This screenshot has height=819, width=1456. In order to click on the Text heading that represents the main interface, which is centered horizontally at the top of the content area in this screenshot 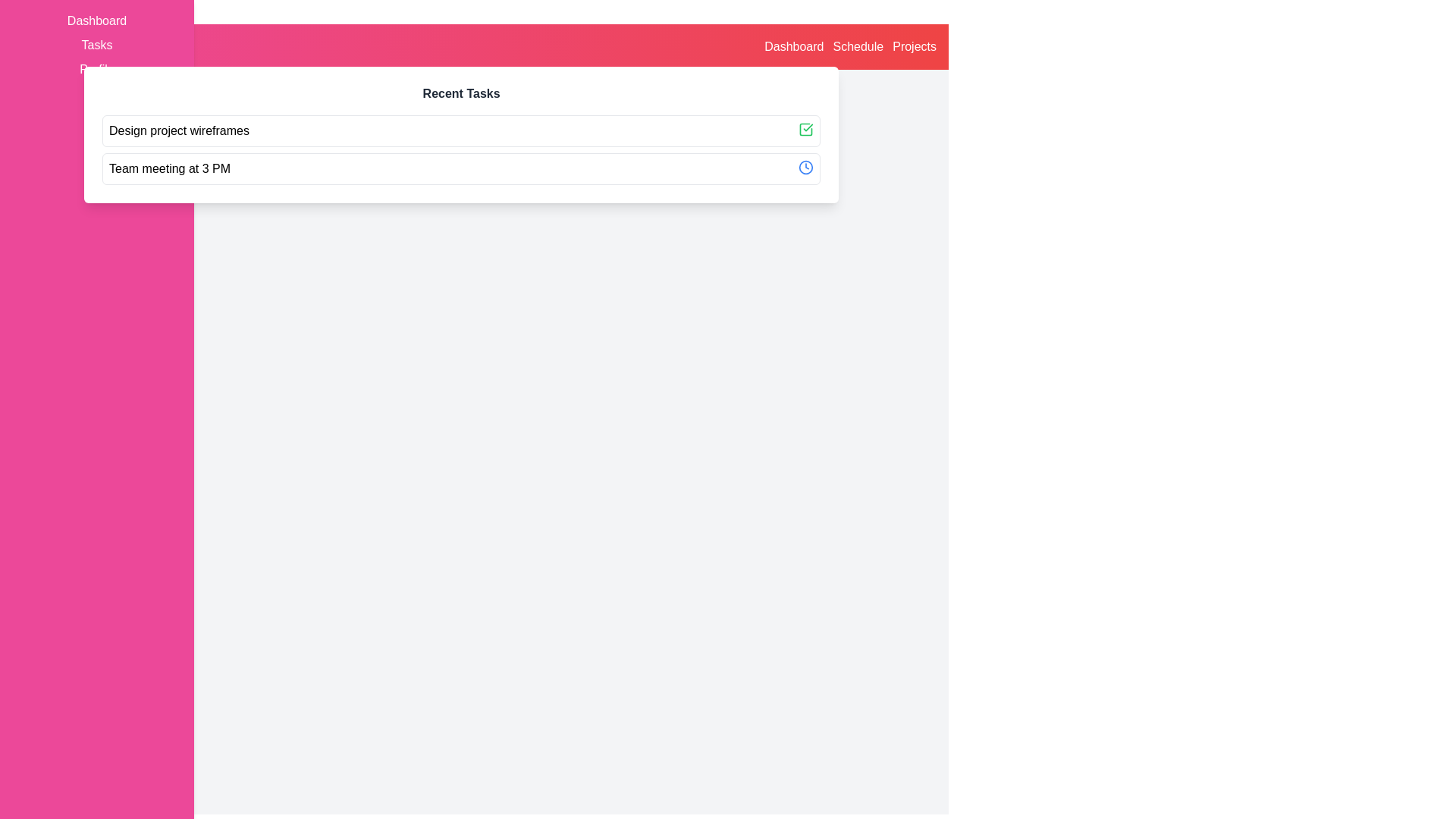, I will do `click(494, 99)`.